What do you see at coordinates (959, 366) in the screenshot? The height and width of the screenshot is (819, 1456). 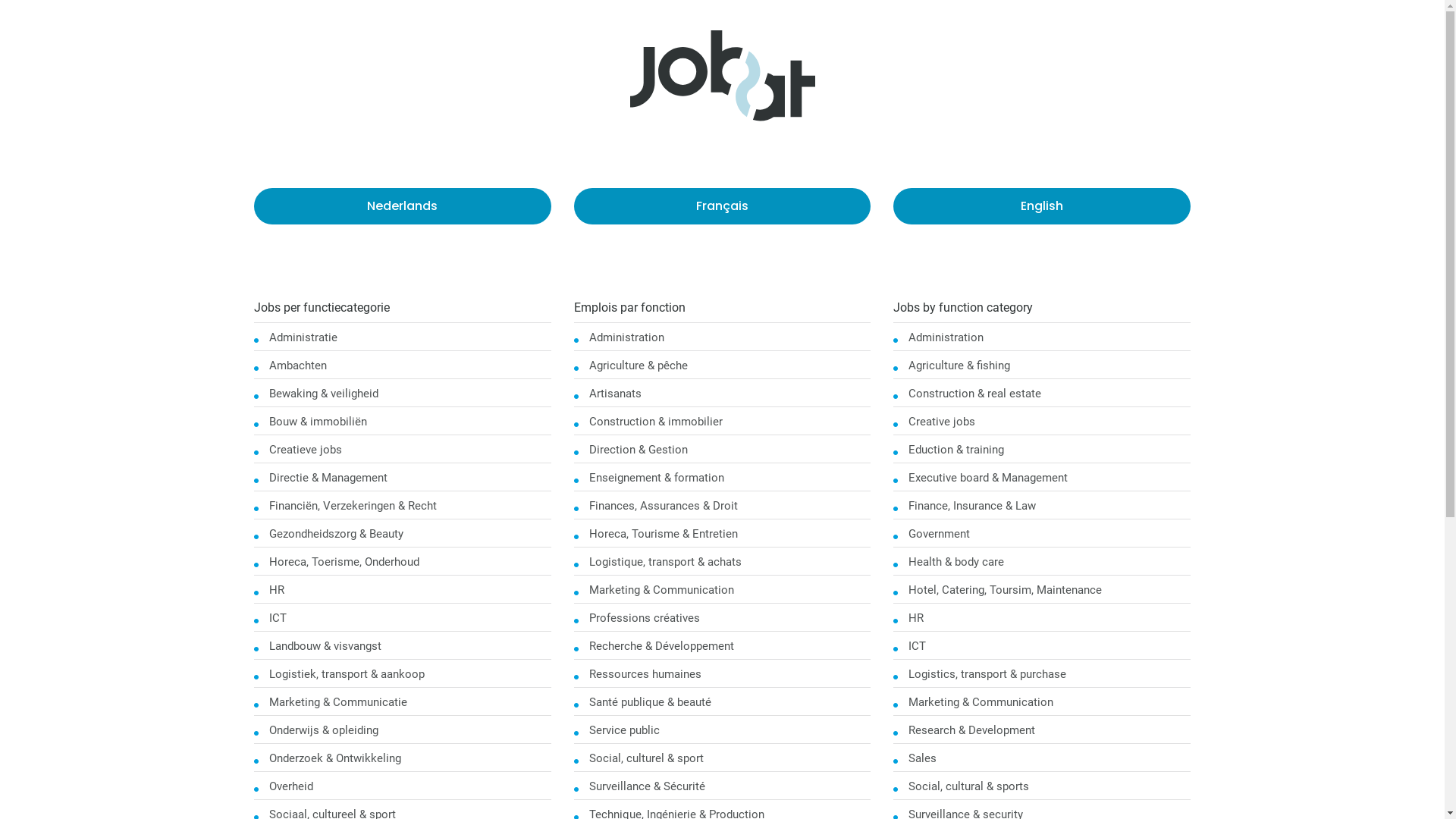 I see `'Agriculture & fishing'` at bounding box center [959, 366].